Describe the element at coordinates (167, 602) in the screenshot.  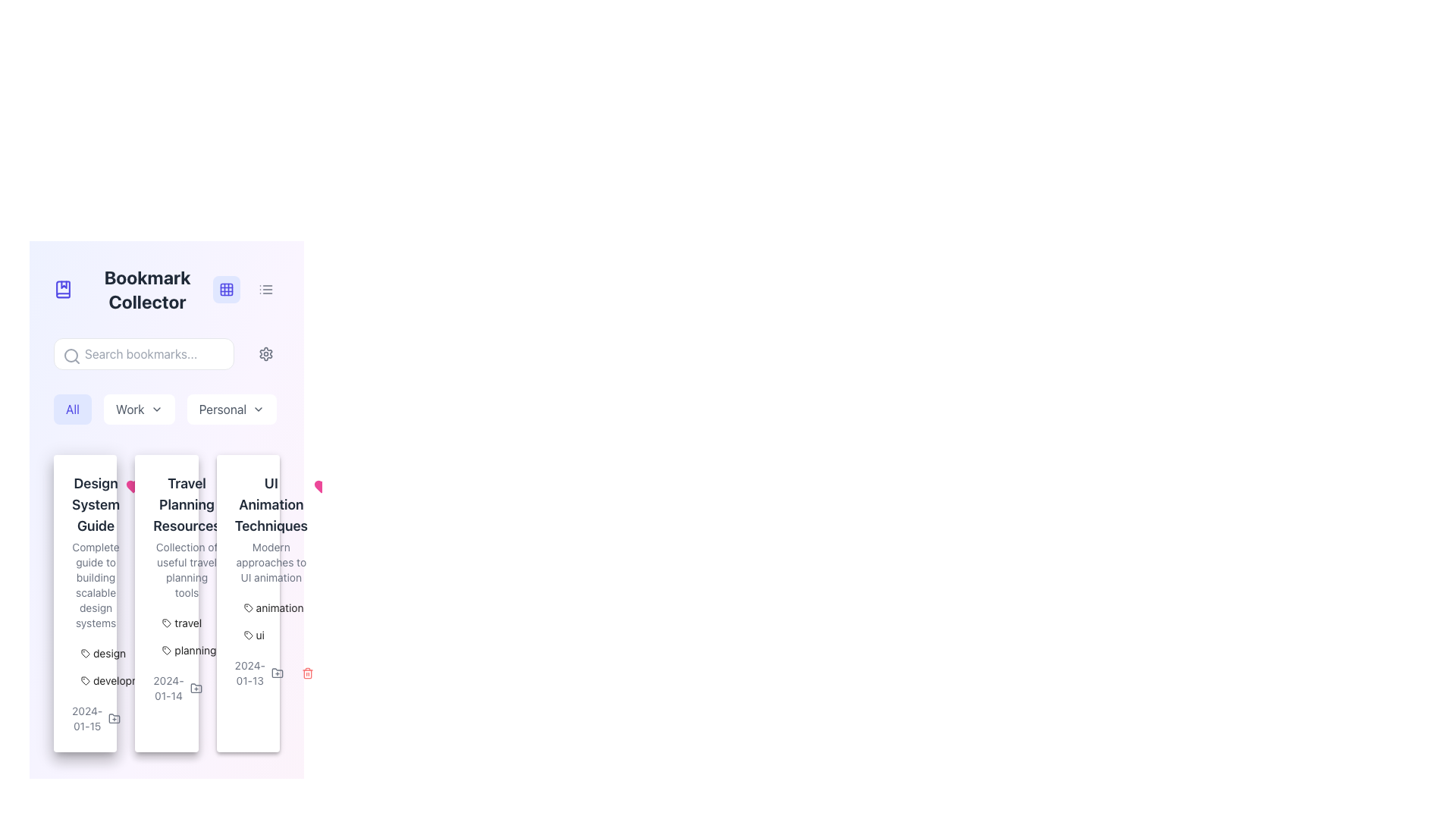
I see `the 'Travel Planning Resources' Information Card` at that location.